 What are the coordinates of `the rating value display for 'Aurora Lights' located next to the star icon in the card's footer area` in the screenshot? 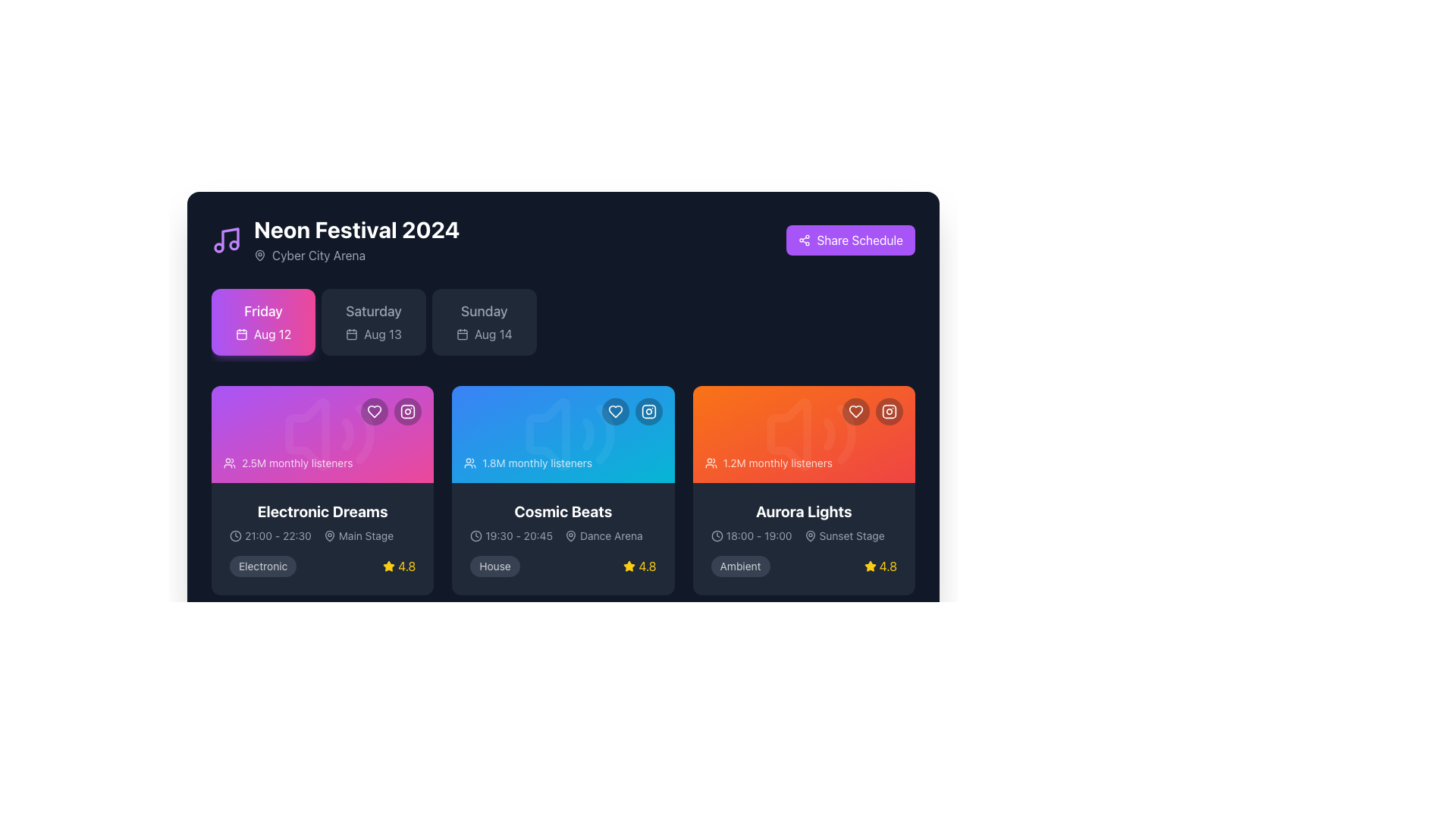 It's located at (888, 566).